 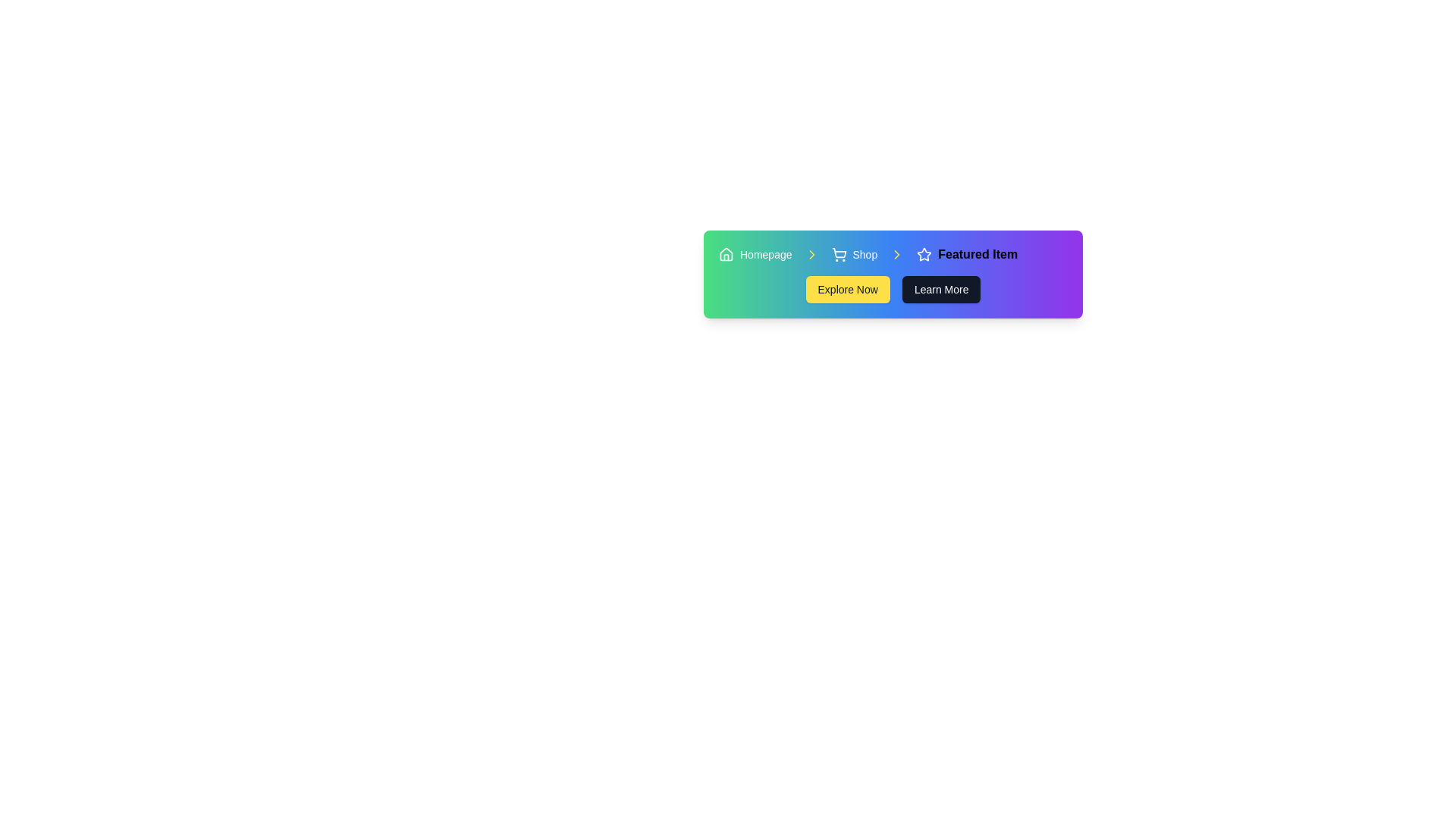 What do you see at coordinates (924, 253) in the screenshot?
I see `the star-shaped icon with a semi-transparent white fill located immediately to the left of the text 'Featured Item' in the breadcrumb navigation bar` at bounding box center [924, 253].